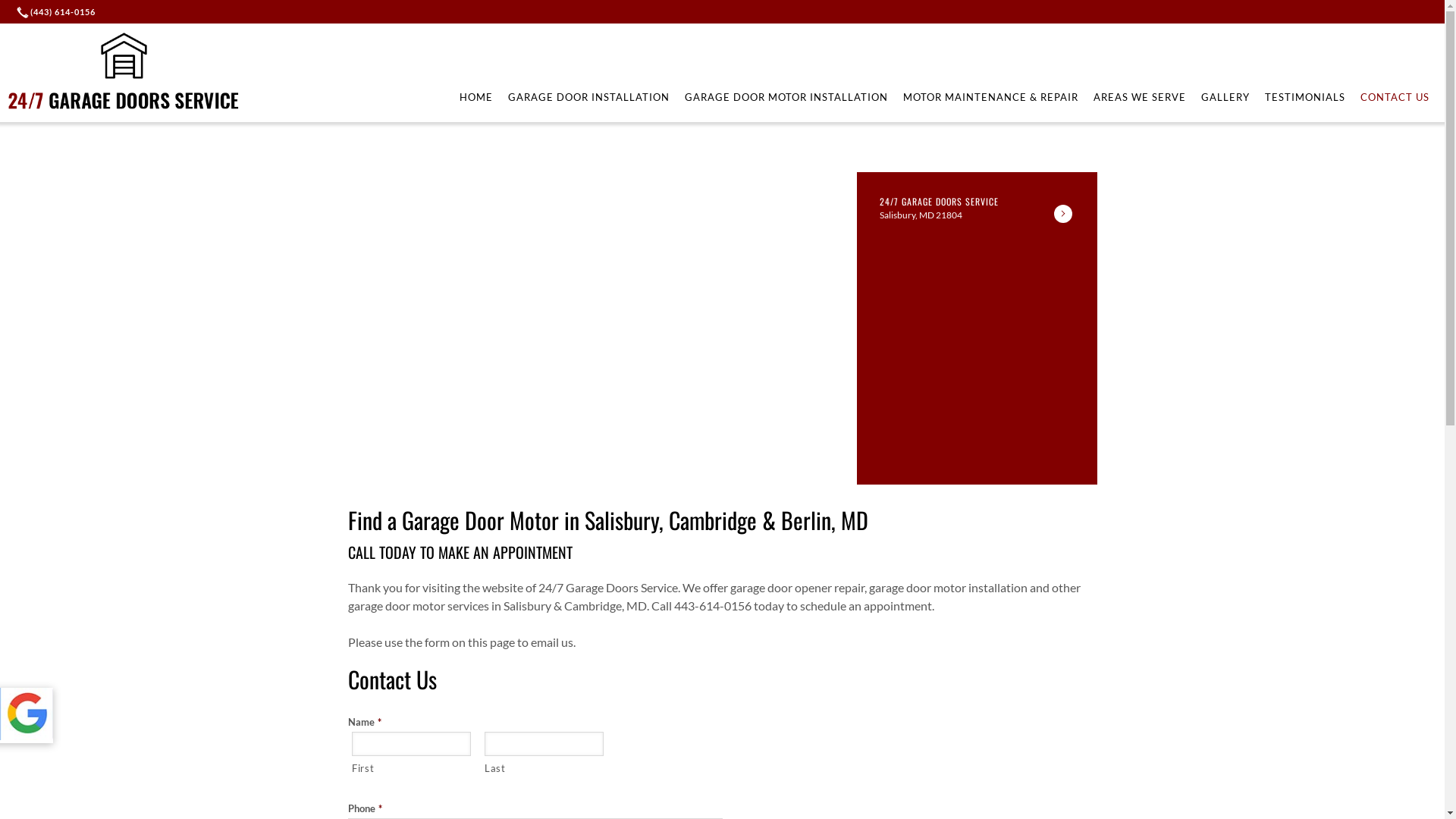 The image size is (1456, 819). I want to click on 'AREAS WE SERVE', so click(1139, 96).